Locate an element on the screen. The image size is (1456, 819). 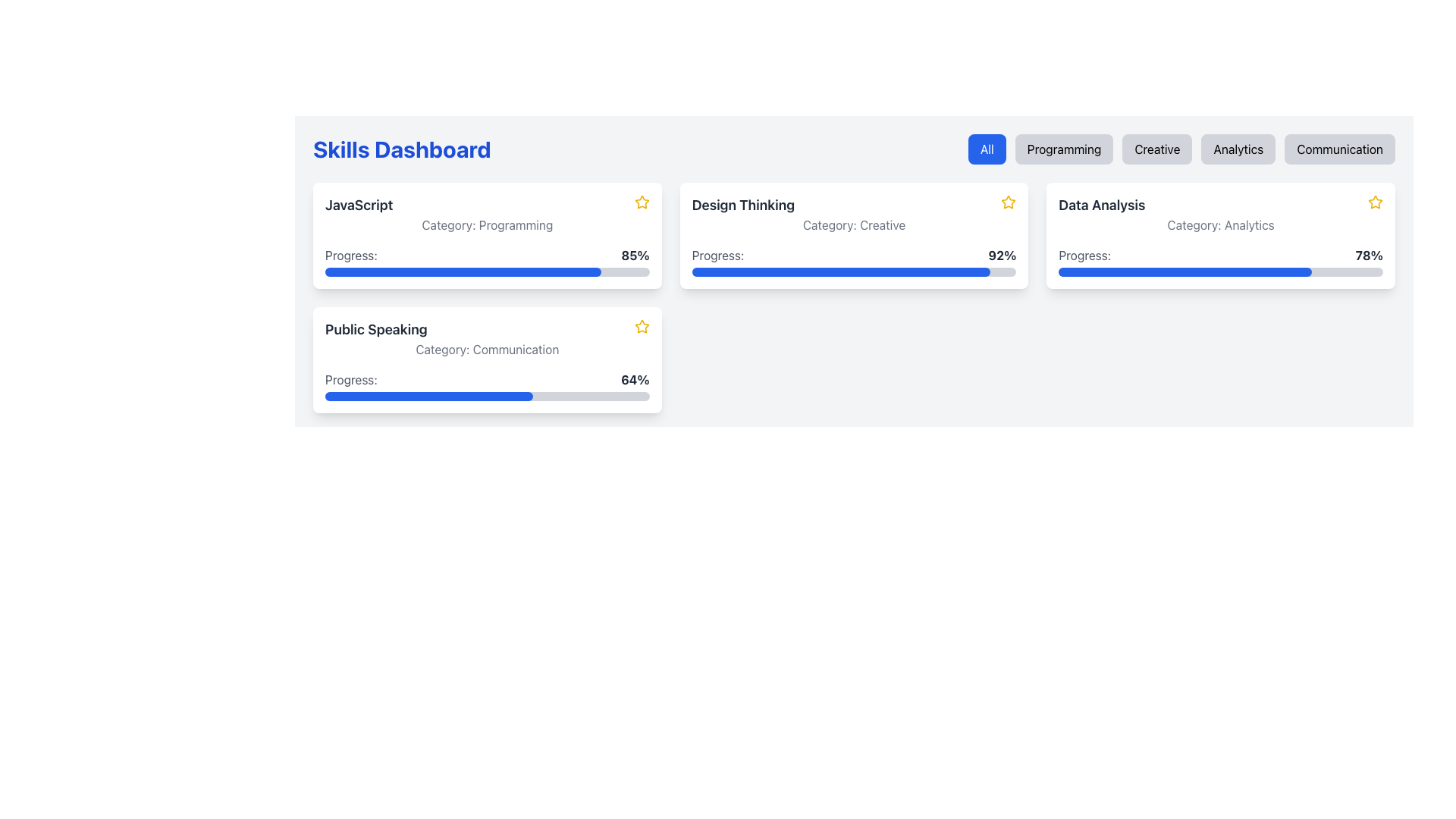
the progress percentage of the Progress Bar located in the JavaScript skill card in the Skills Dashboard, positioned below the 'Category: Programming' text is located at coordinates (487, 260).